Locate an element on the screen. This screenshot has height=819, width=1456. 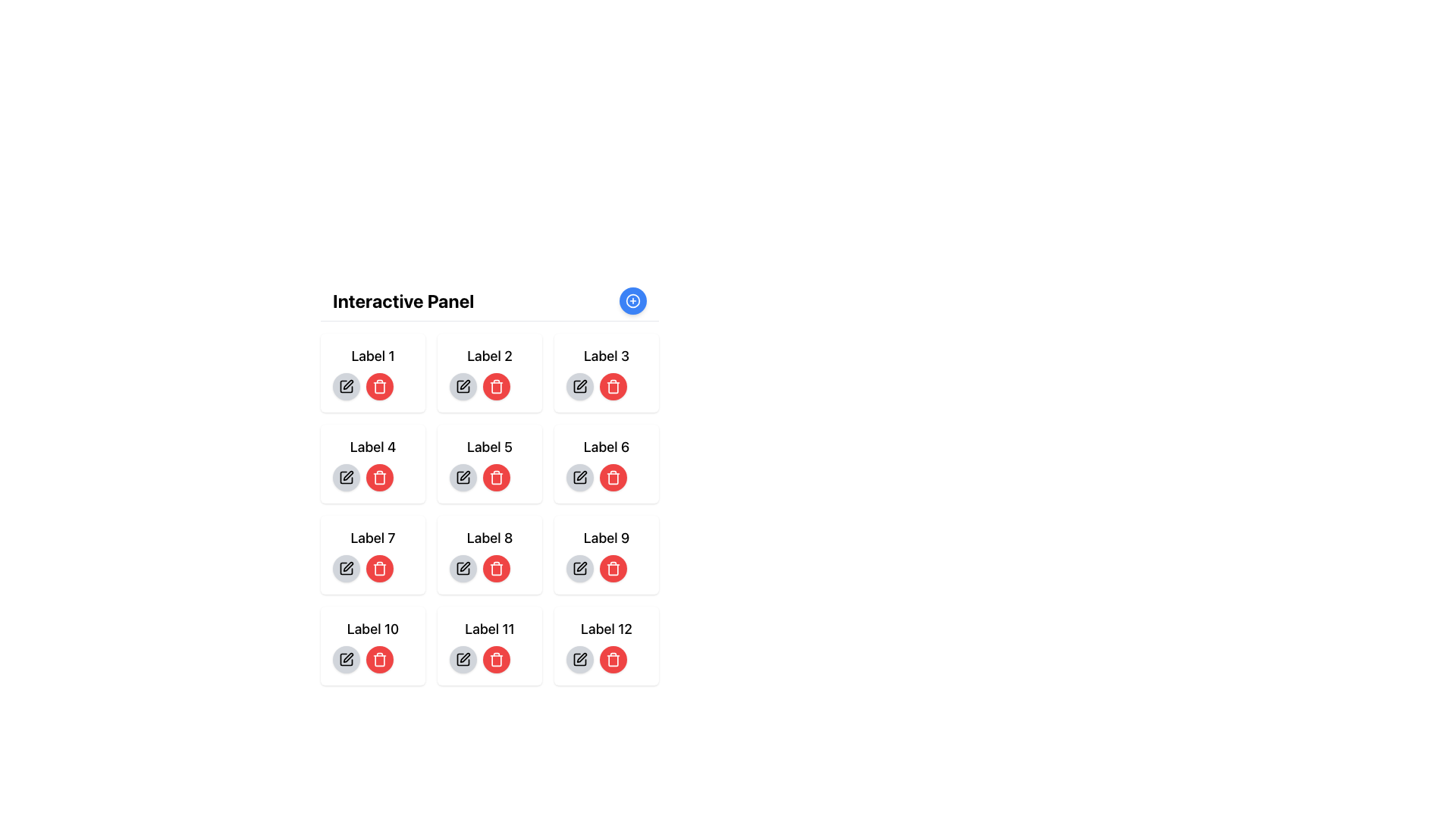
the edit button in the seventh column of the panel labeled 'Label 9' is located at coordinates (579, 568).